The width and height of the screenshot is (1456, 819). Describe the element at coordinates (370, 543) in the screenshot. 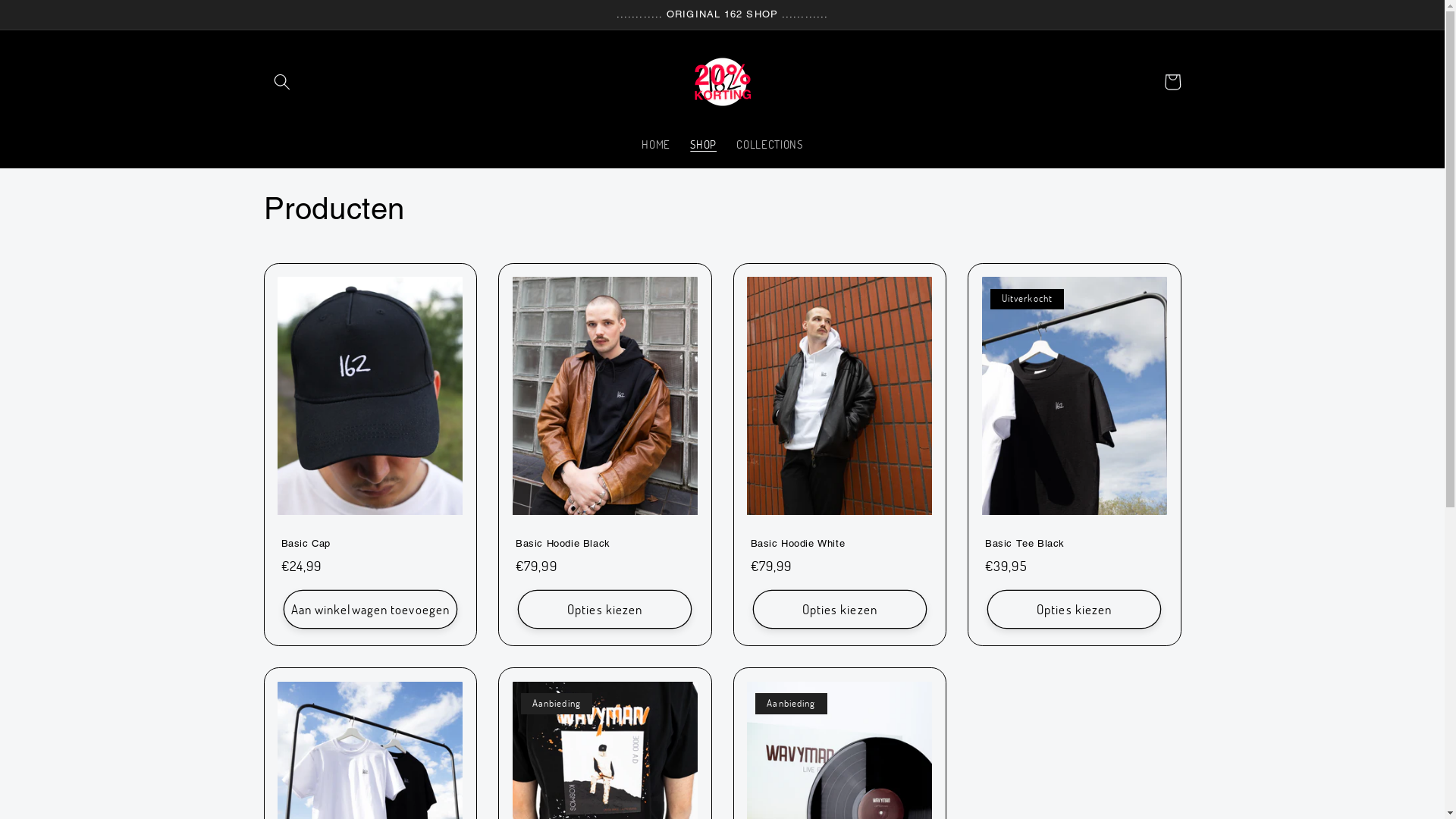

I see `'Basic Cap'` at that location.